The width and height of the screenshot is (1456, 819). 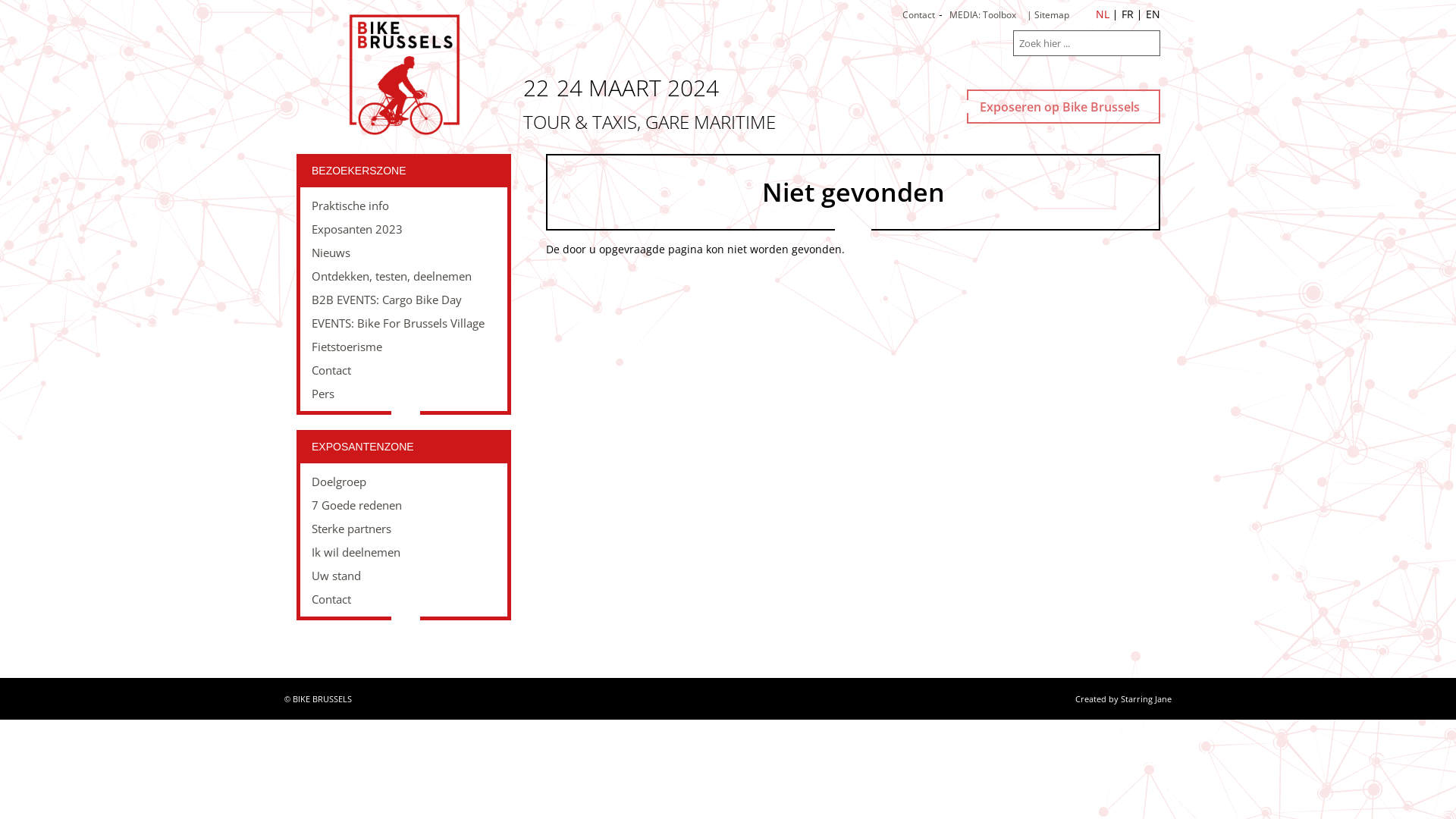 I want to click on 'Sterke partners', so click(x=300, y=528).